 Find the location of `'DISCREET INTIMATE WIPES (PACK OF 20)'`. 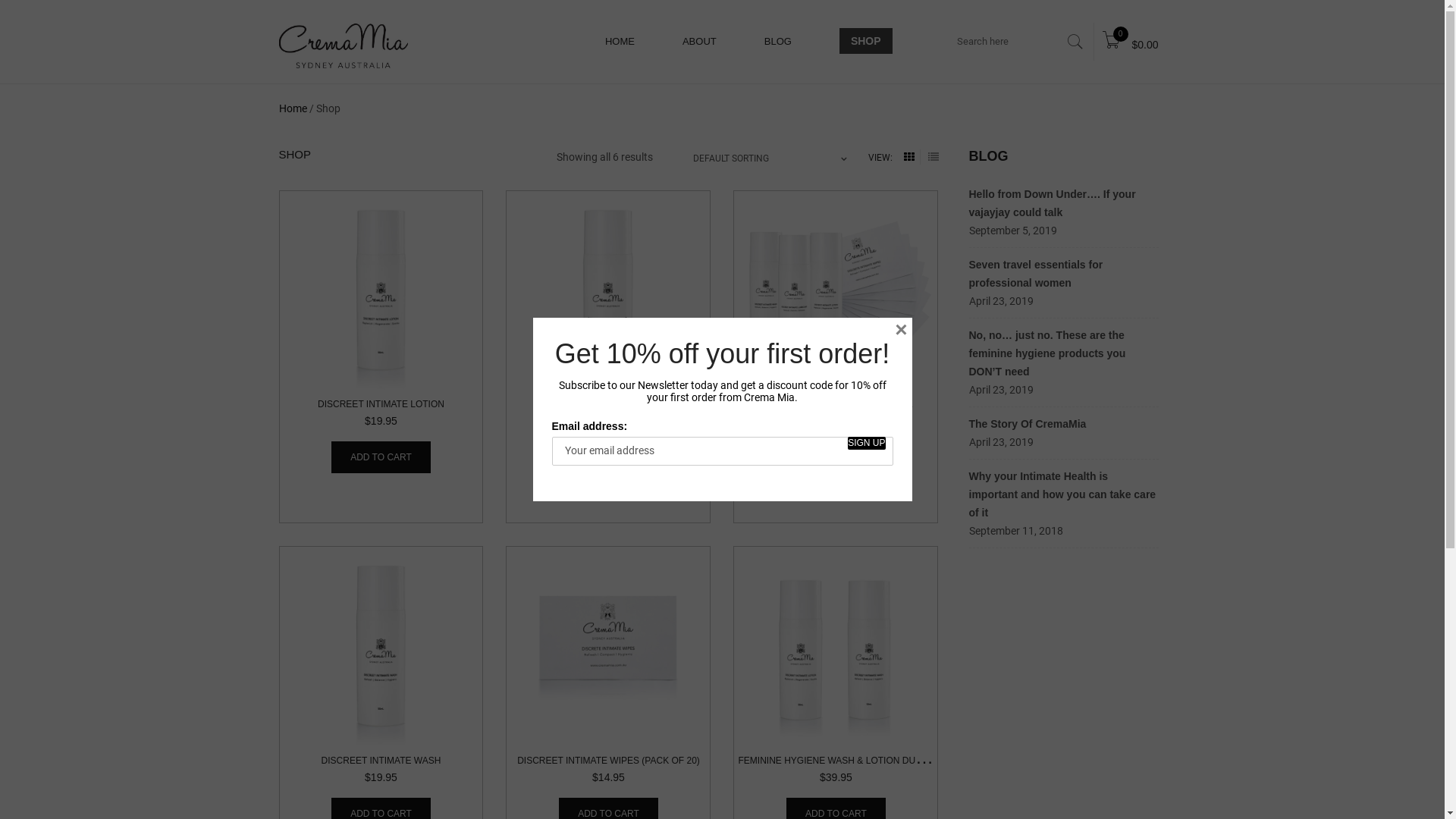

'DISCREET INTIMATE WIPES (PACK OF 20)' is located at coordinates (608, 760).